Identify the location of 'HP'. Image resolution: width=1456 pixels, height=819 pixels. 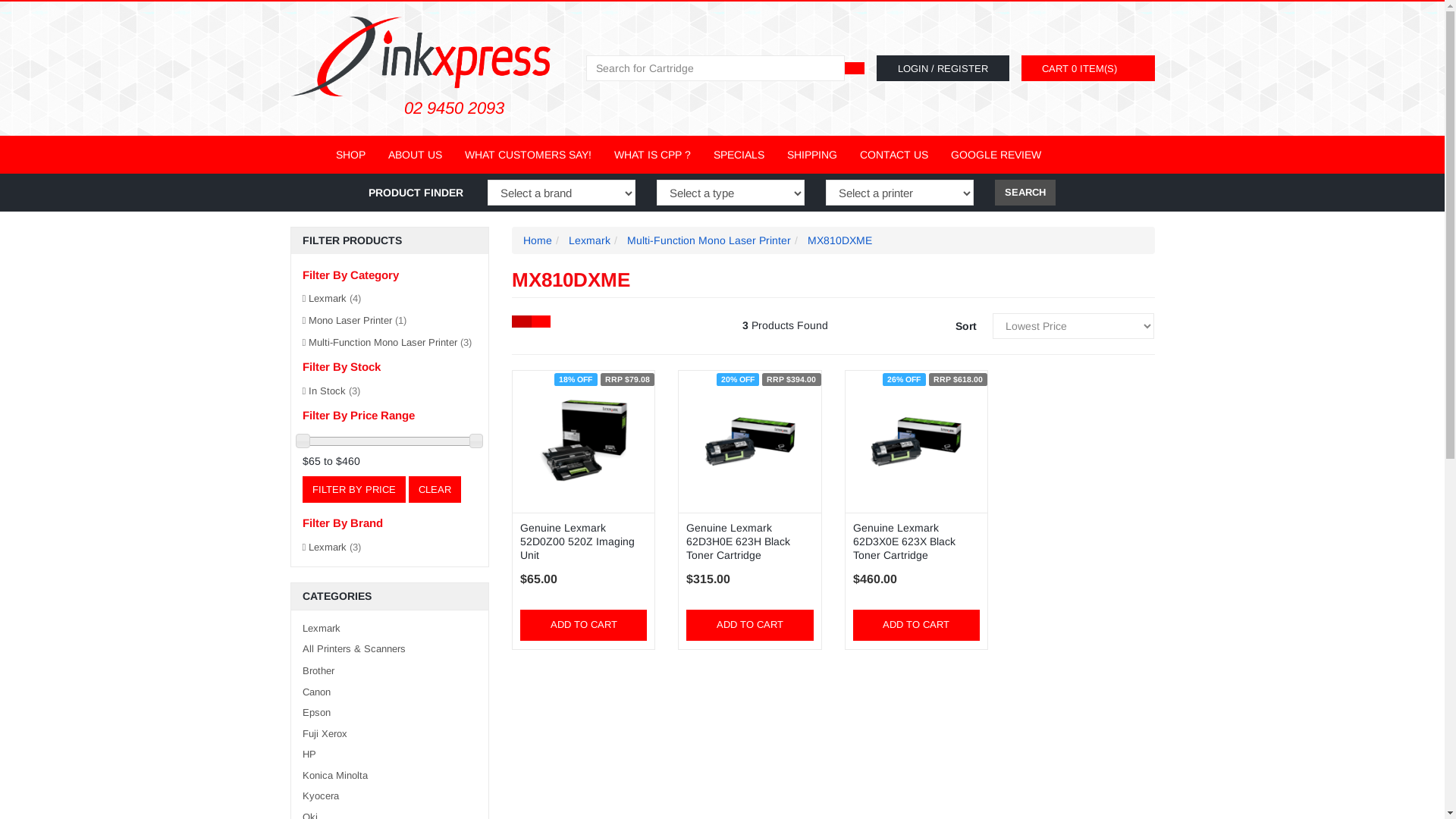
(291, 755).